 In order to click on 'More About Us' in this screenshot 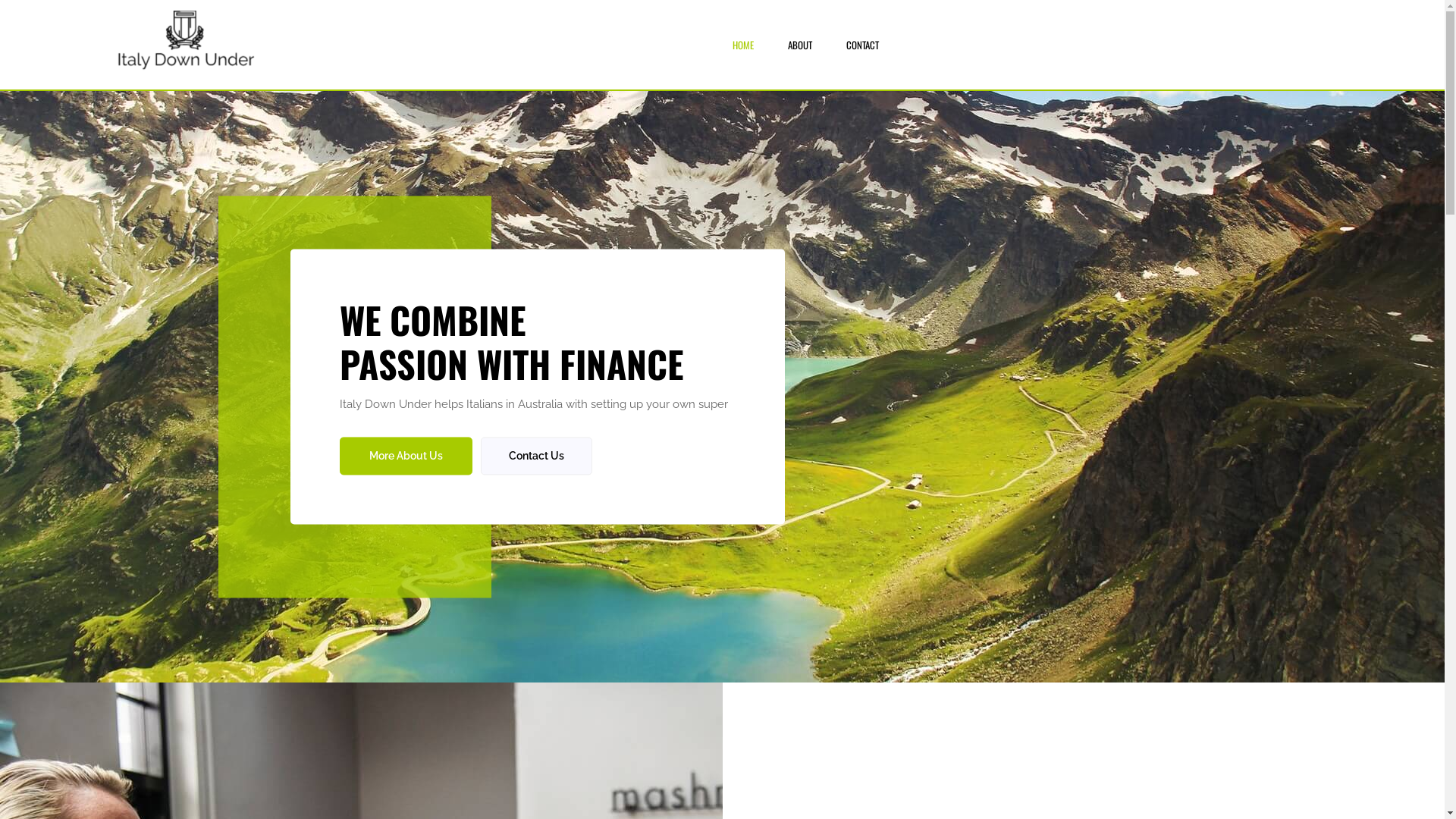, I will do `click(406, 455)`.